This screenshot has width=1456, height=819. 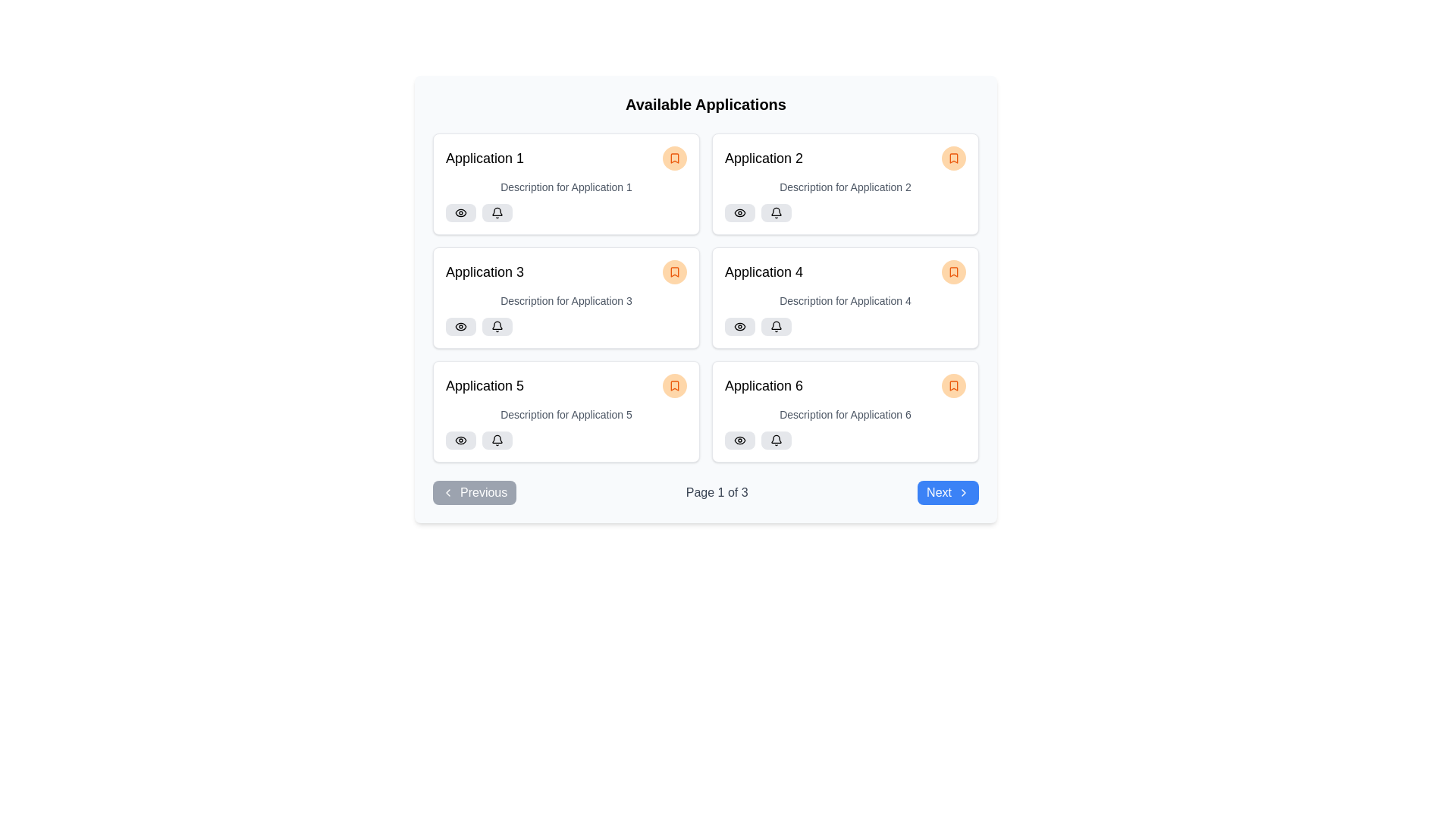 I want to click on the eye-shaped icon in the control area beneath the application card for 'Application 3', so click(x=460, y=326).